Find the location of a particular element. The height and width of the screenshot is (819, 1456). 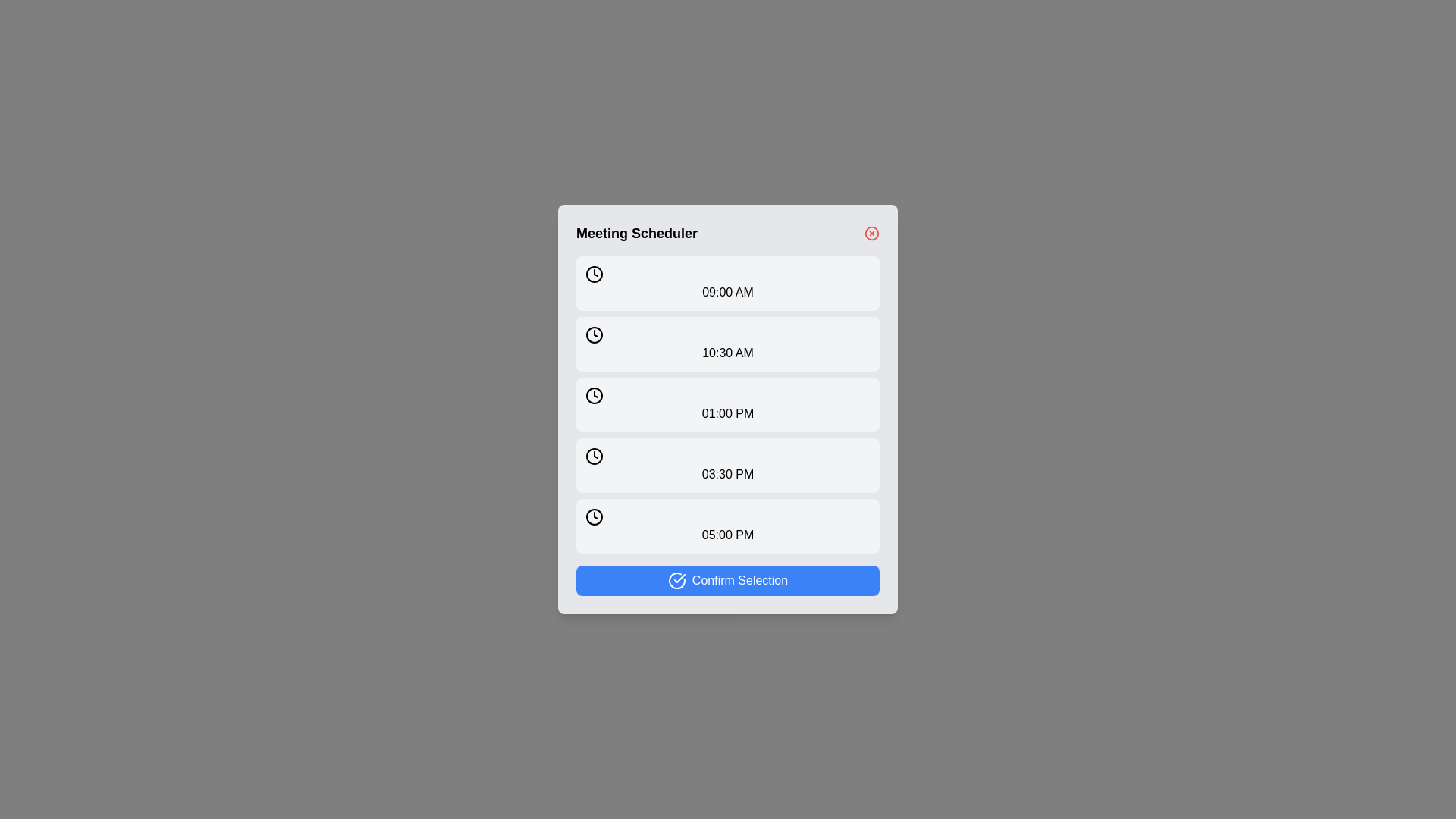

the close button to close the dialog is located at coordinates (872, 234).